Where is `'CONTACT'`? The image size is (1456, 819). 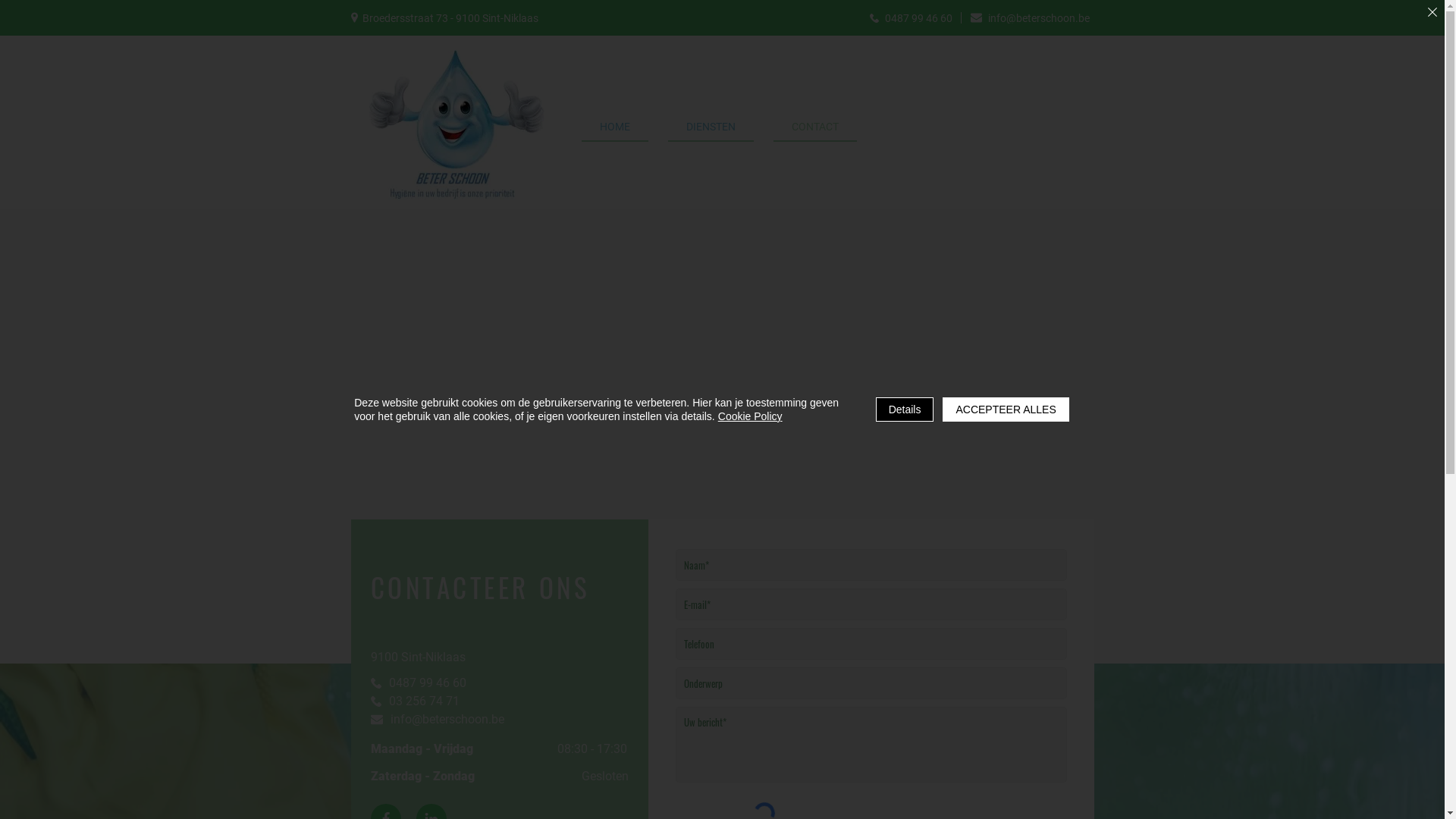 'CONTACT' is located at coordinates (814, 127).